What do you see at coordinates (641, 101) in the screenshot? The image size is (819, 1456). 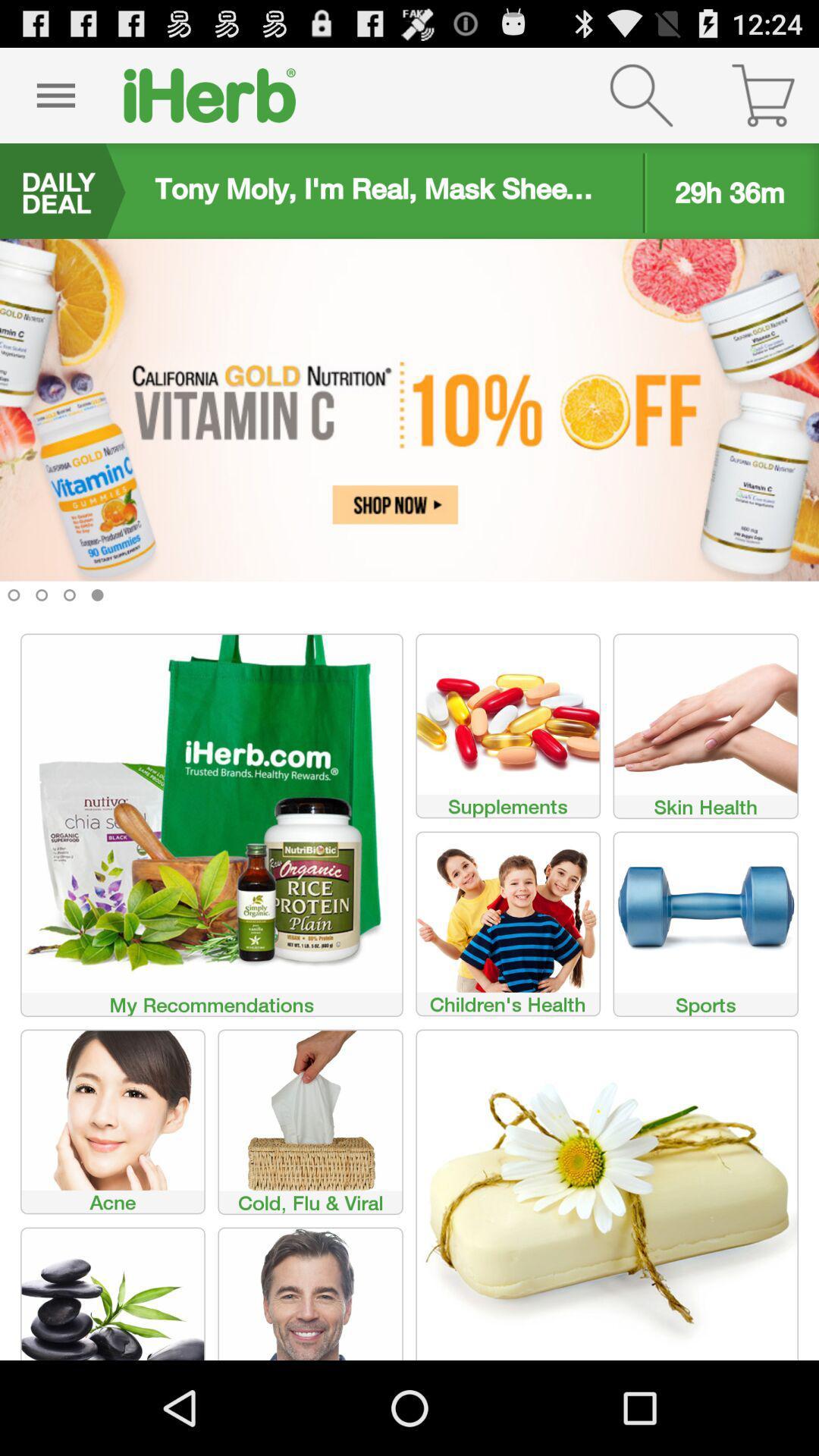 I see `the search icon` at bounding box center [641, 101].